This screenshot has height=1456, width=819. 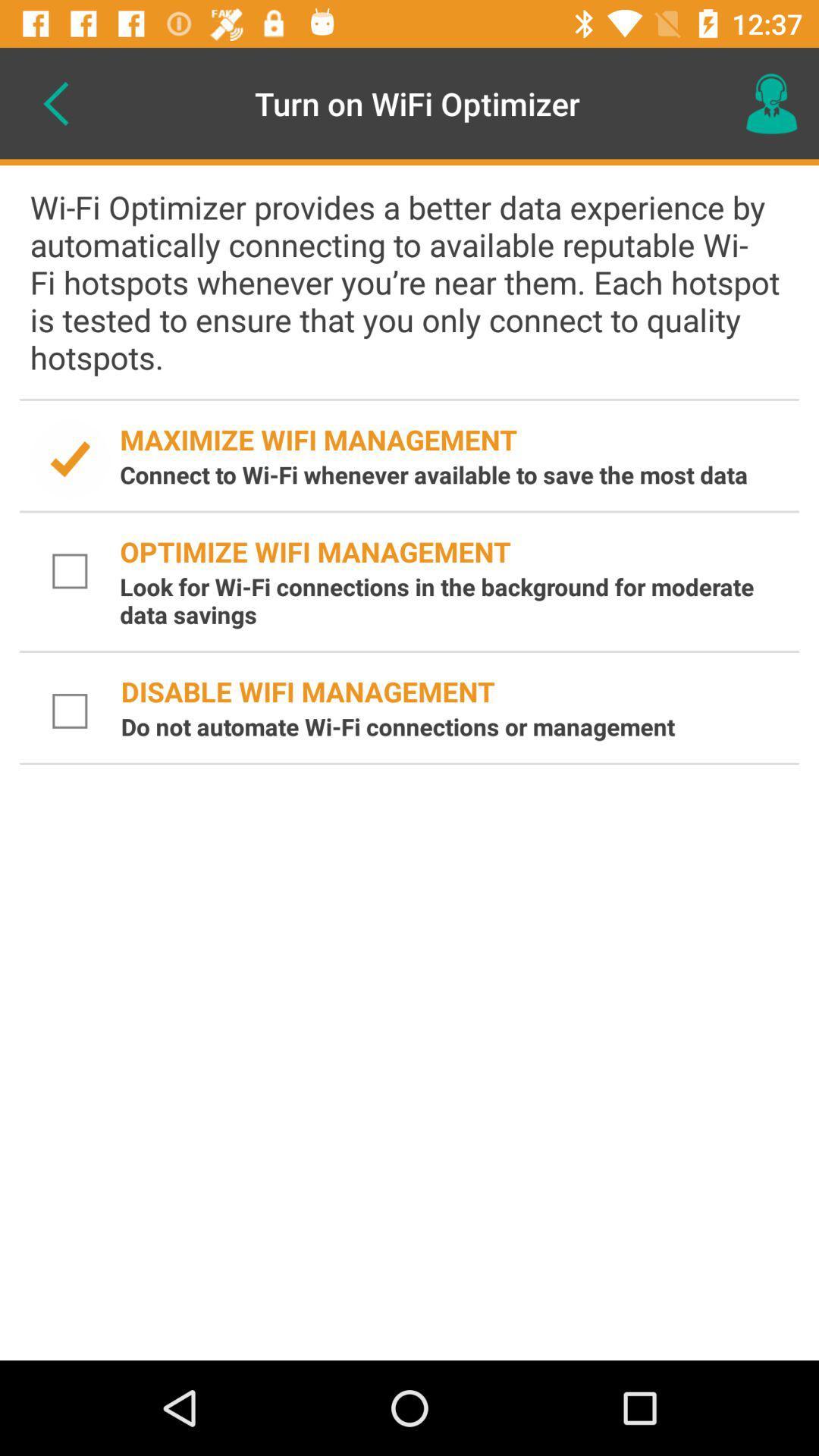 I want to click on select option, so click(x=70, y=711).